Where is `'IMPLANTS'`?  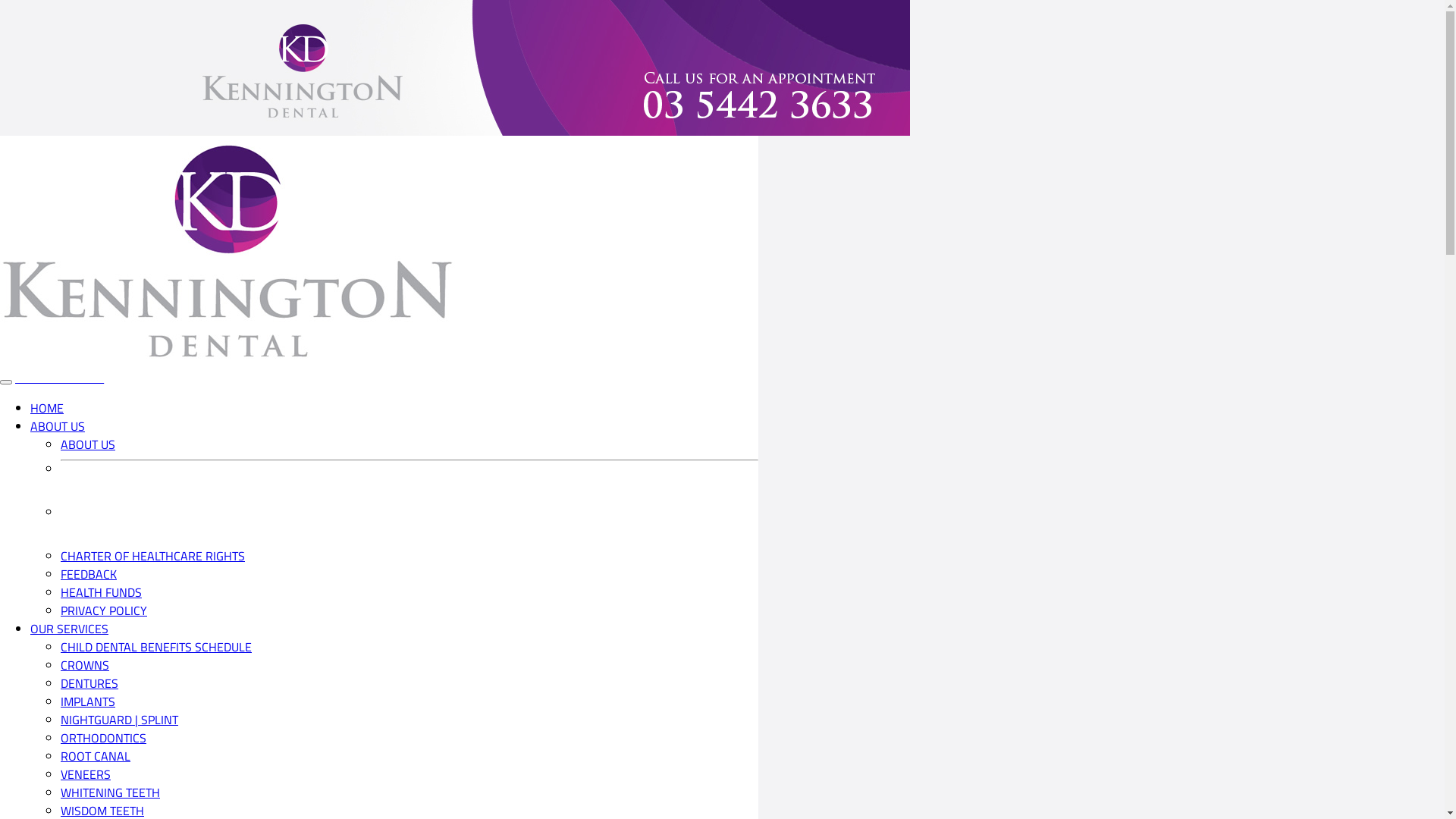 'IMPLANTS' is located at coordinates (86, 701).